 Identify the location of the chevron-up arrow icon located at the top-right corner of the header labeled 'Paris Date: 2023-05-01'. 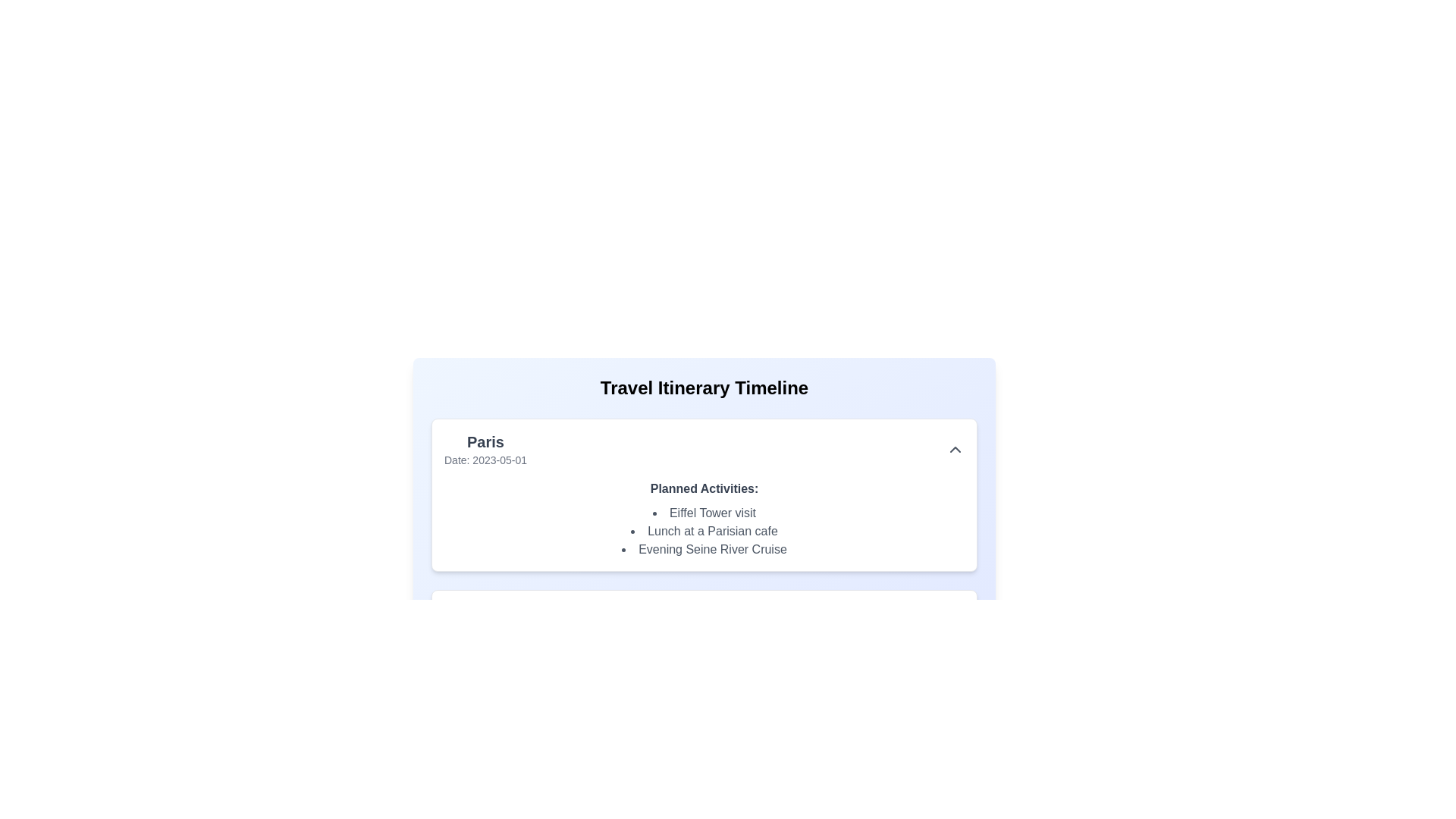
(954, 449).